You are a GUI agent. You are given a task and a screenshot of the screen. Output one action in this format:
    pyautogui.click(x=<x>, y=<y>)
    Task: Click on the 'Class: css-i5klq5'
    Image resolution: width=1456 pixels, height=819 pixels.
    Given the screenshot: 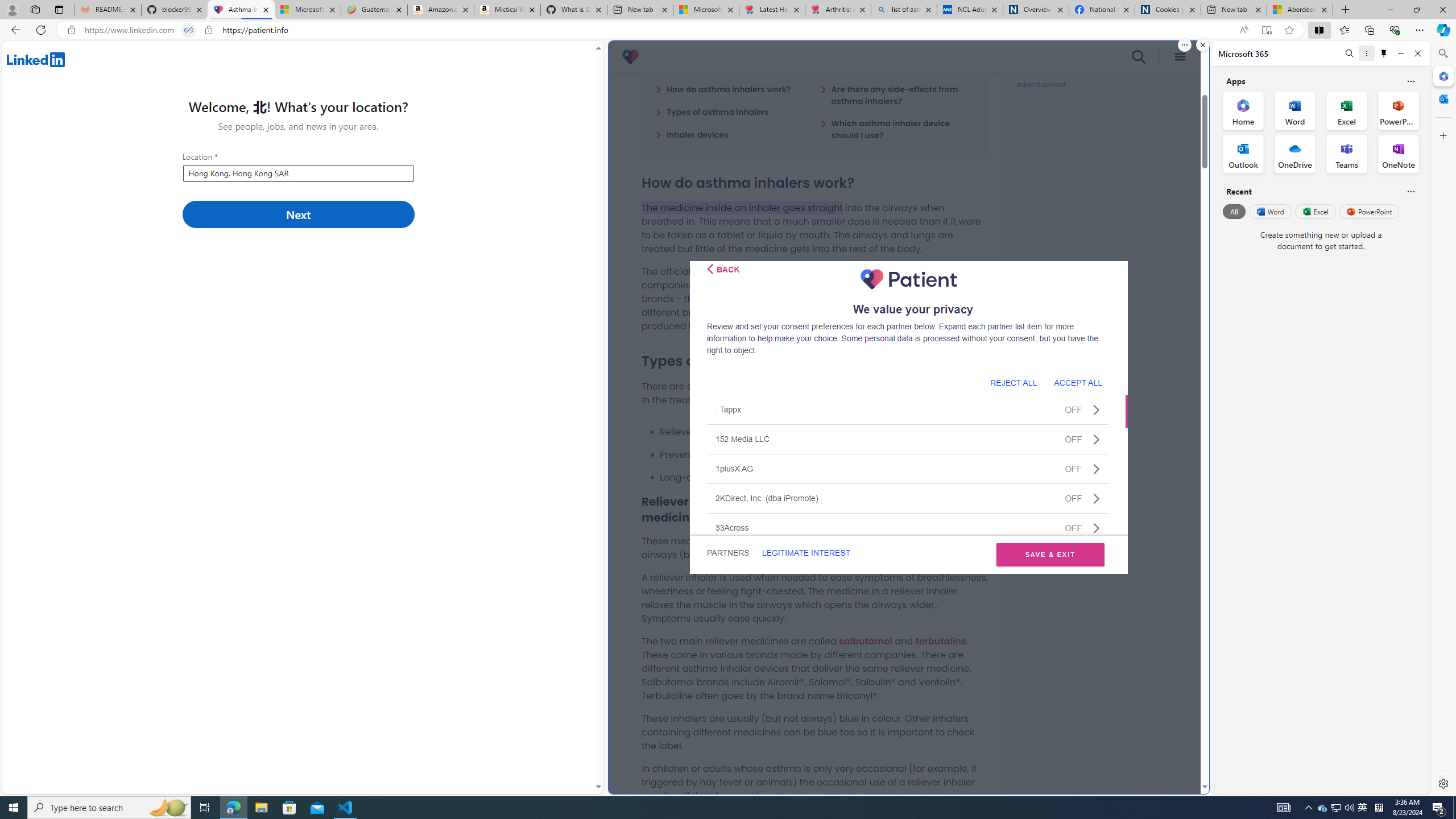 What is the action you would take?
    pyautogui.click(x=710, y=268)
    